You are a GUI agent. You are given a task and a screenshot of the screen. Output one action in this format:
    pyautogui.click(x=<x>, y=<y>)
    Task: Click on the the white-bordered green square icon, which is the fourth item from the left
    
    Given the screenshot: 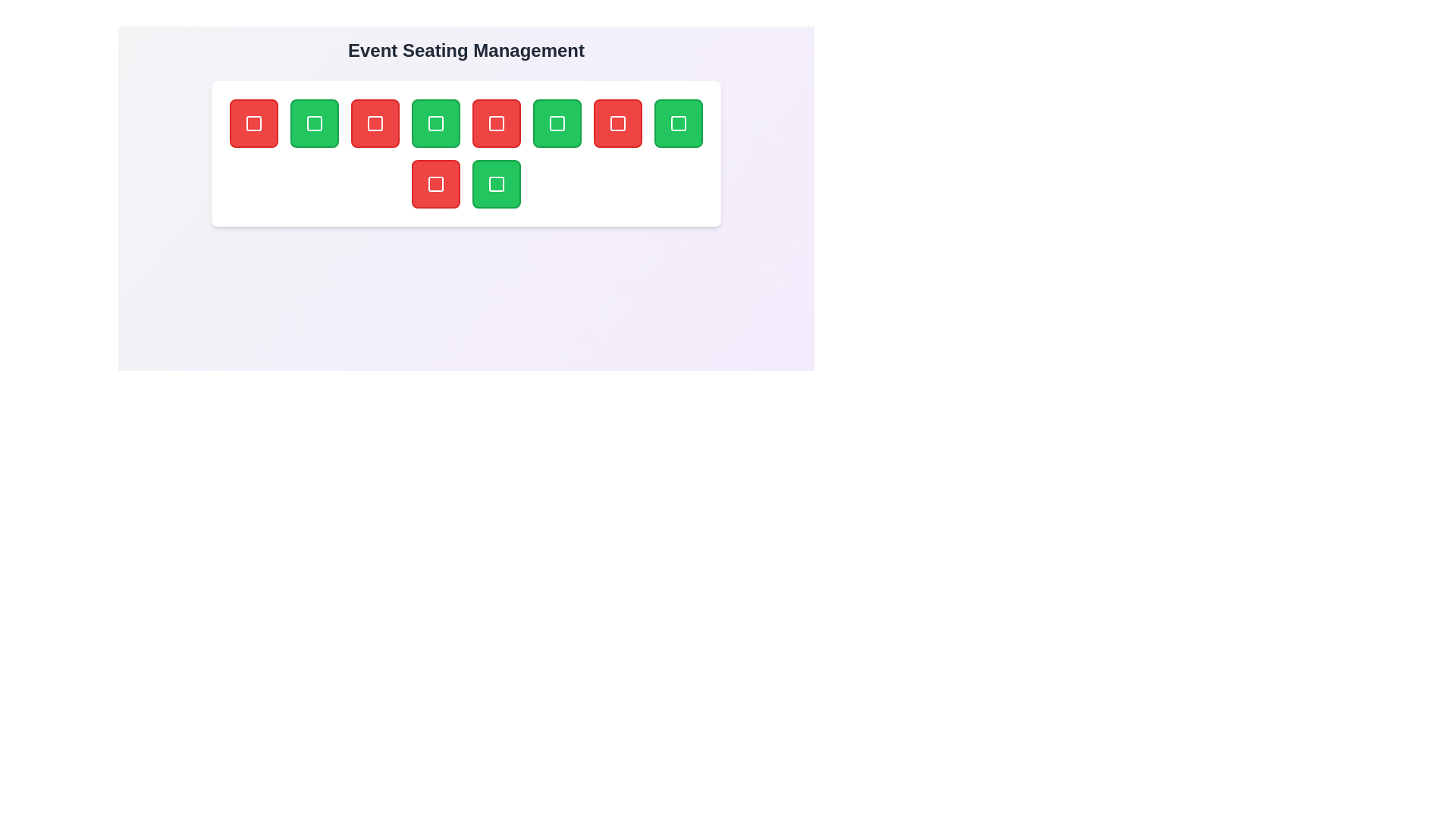 What is the action you would take?
    pyautogui.click(x=435, y=122)
    